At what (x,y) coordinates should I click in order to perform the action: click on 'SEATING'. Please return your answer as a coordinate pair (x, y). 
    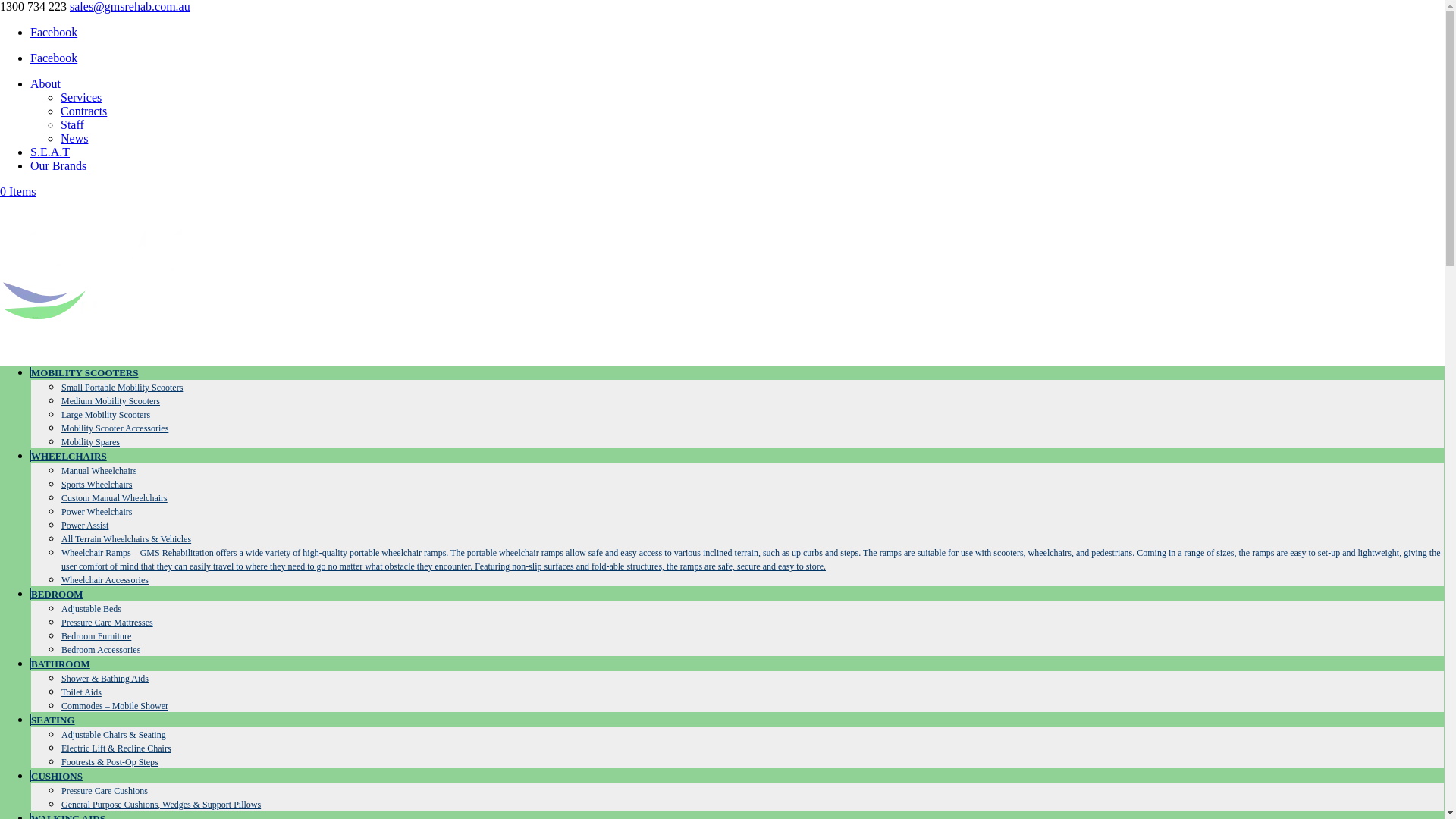
    Looking at the image, I should click on (52, 719).